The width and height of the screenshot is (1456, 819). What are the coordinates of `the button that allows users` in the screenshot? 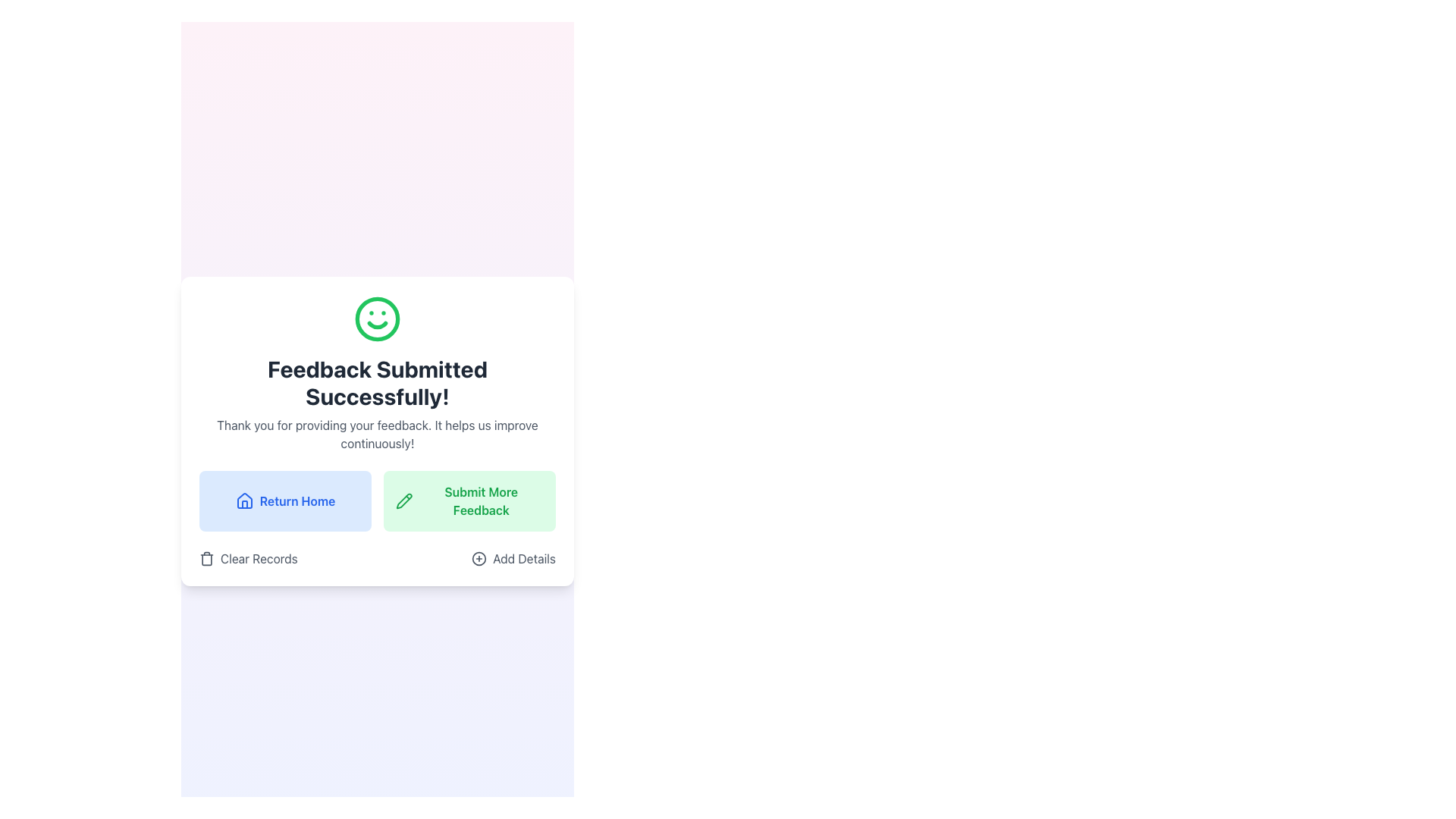 It's located at (513, 558).